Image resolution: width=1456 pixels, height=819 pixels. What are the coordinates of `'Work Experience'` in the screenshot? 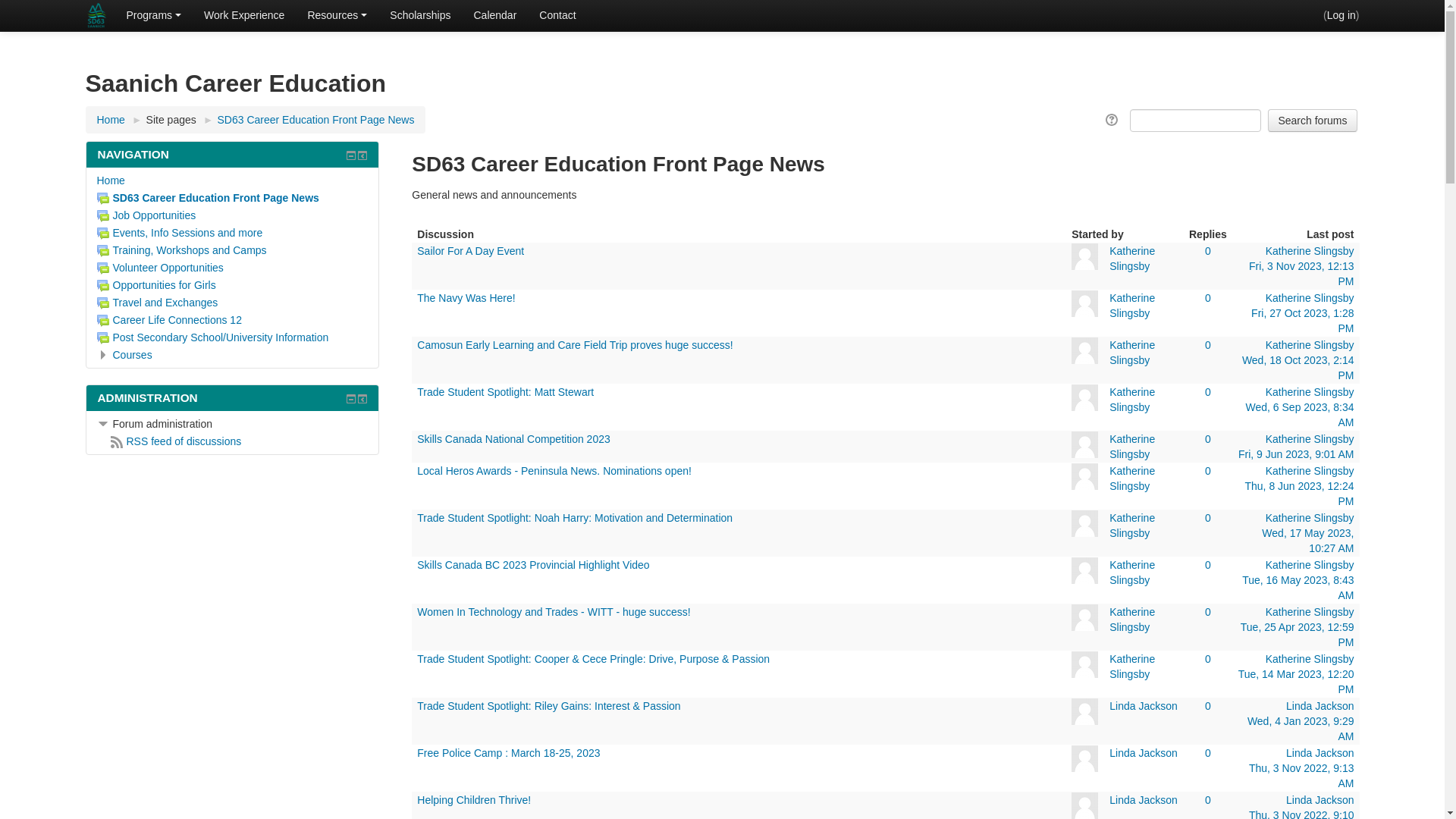 It's located at (243, 14).